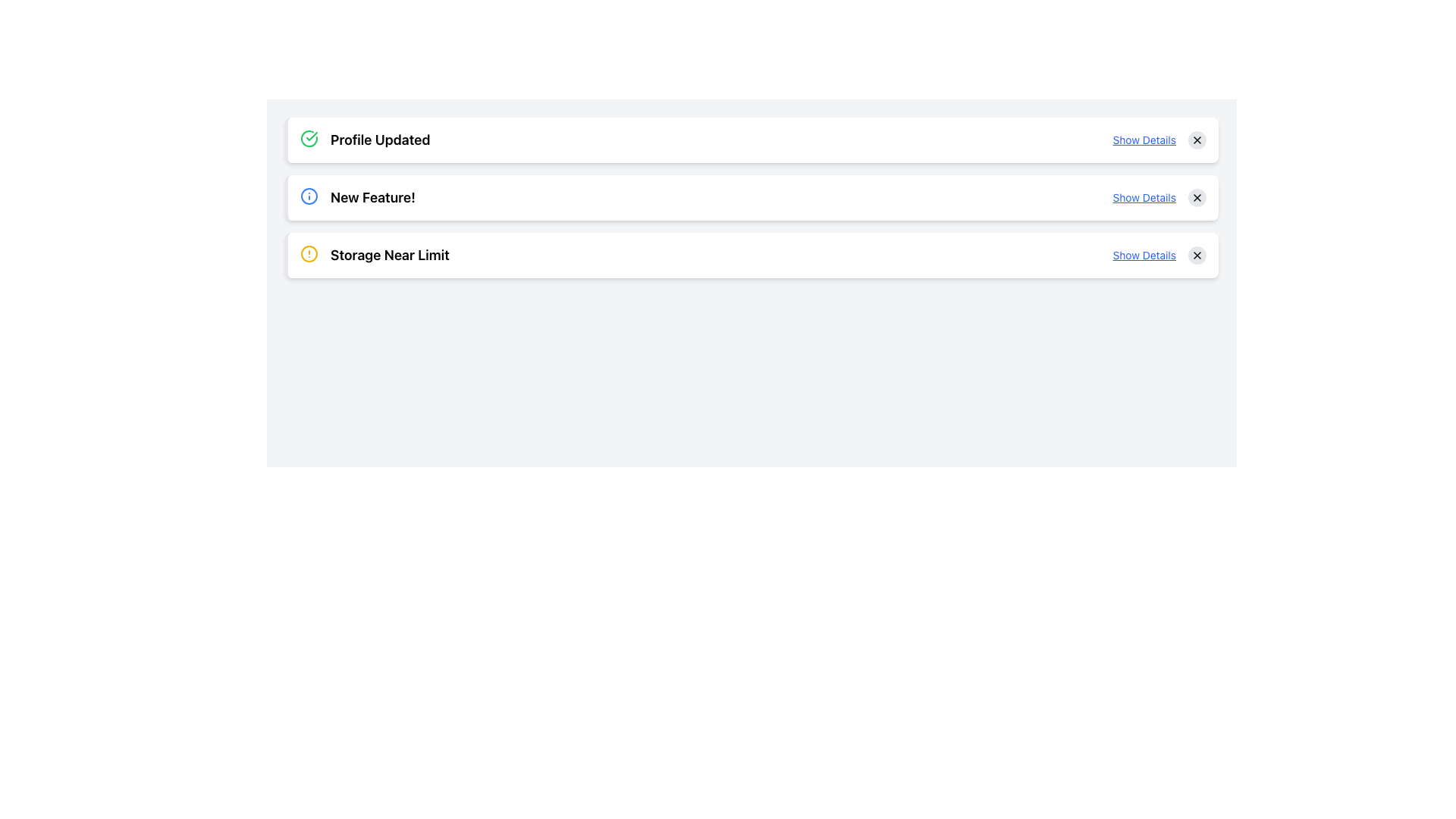 This screenshot has height=819, width=1456. I want to click on the circular button with a light gray background and a cross symbol ('×') located to the far right of the 'Show Details' text, so click(1197, 140).